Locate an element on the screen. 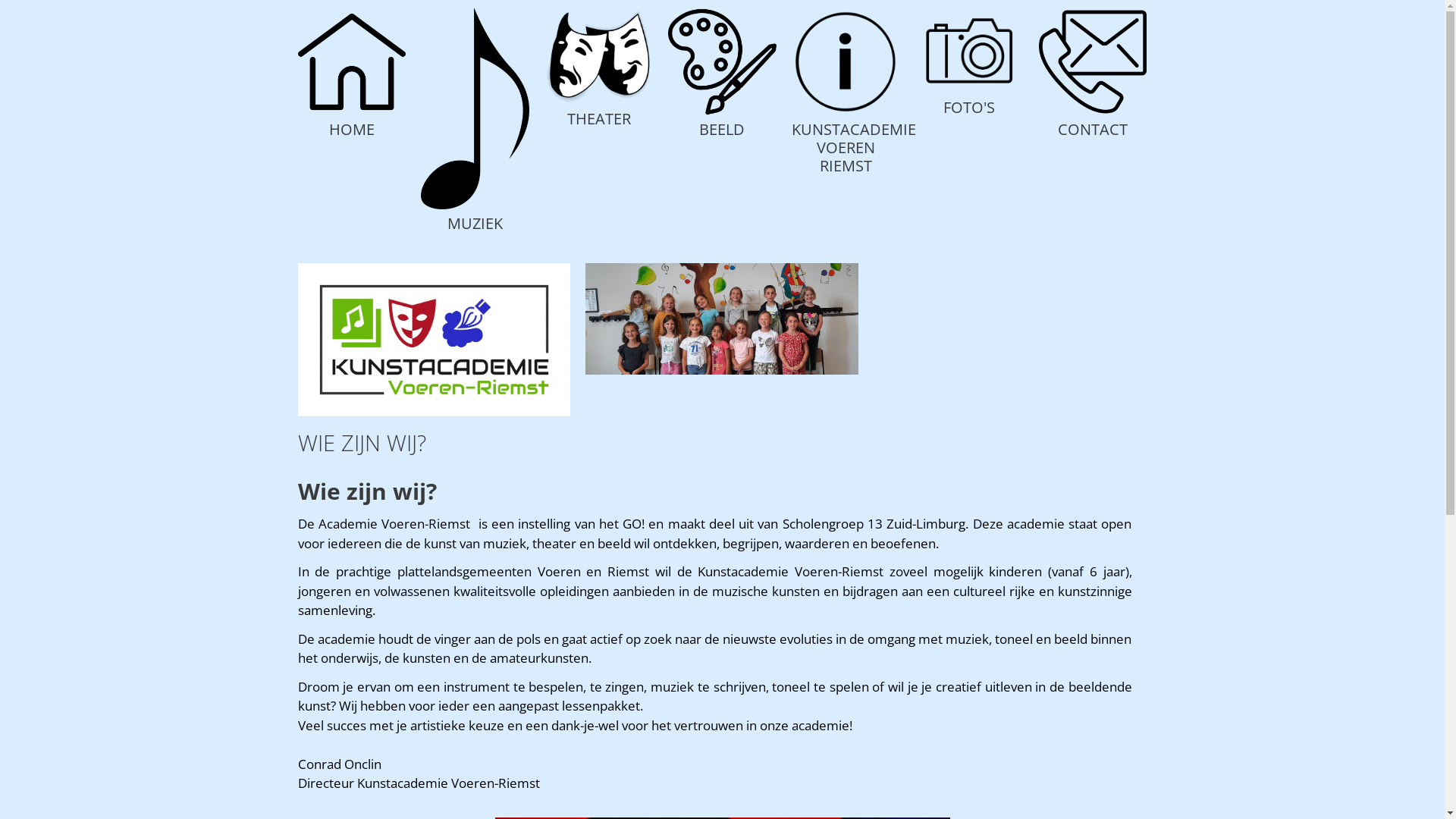 The width and height of the screenshot is (1456, 819). 'KUNSTACADEMIE VOEREN RIEMST' is located at coordinates (854, 147).